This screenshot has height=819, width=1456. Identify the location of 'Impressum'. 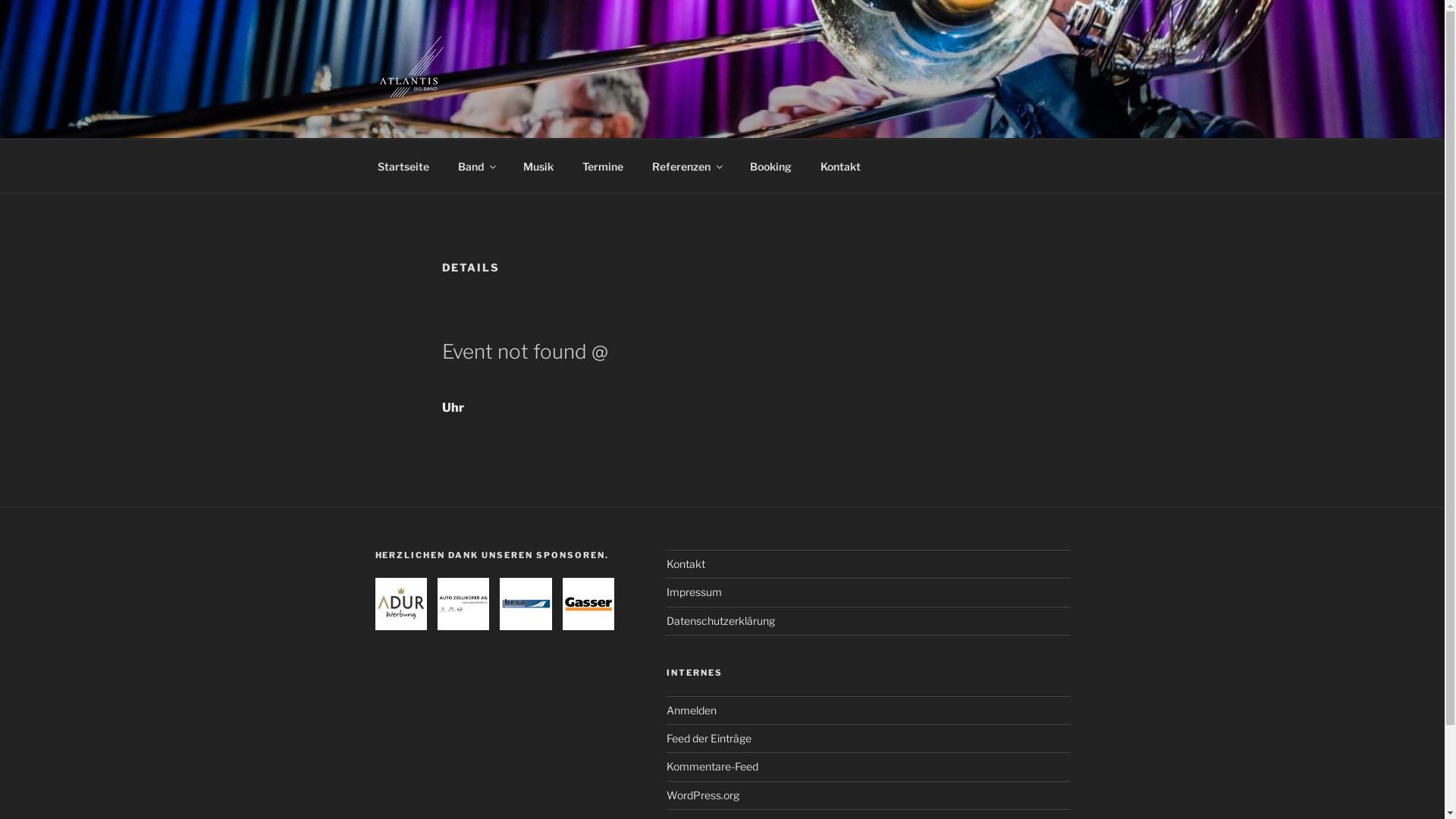
(693, 591).